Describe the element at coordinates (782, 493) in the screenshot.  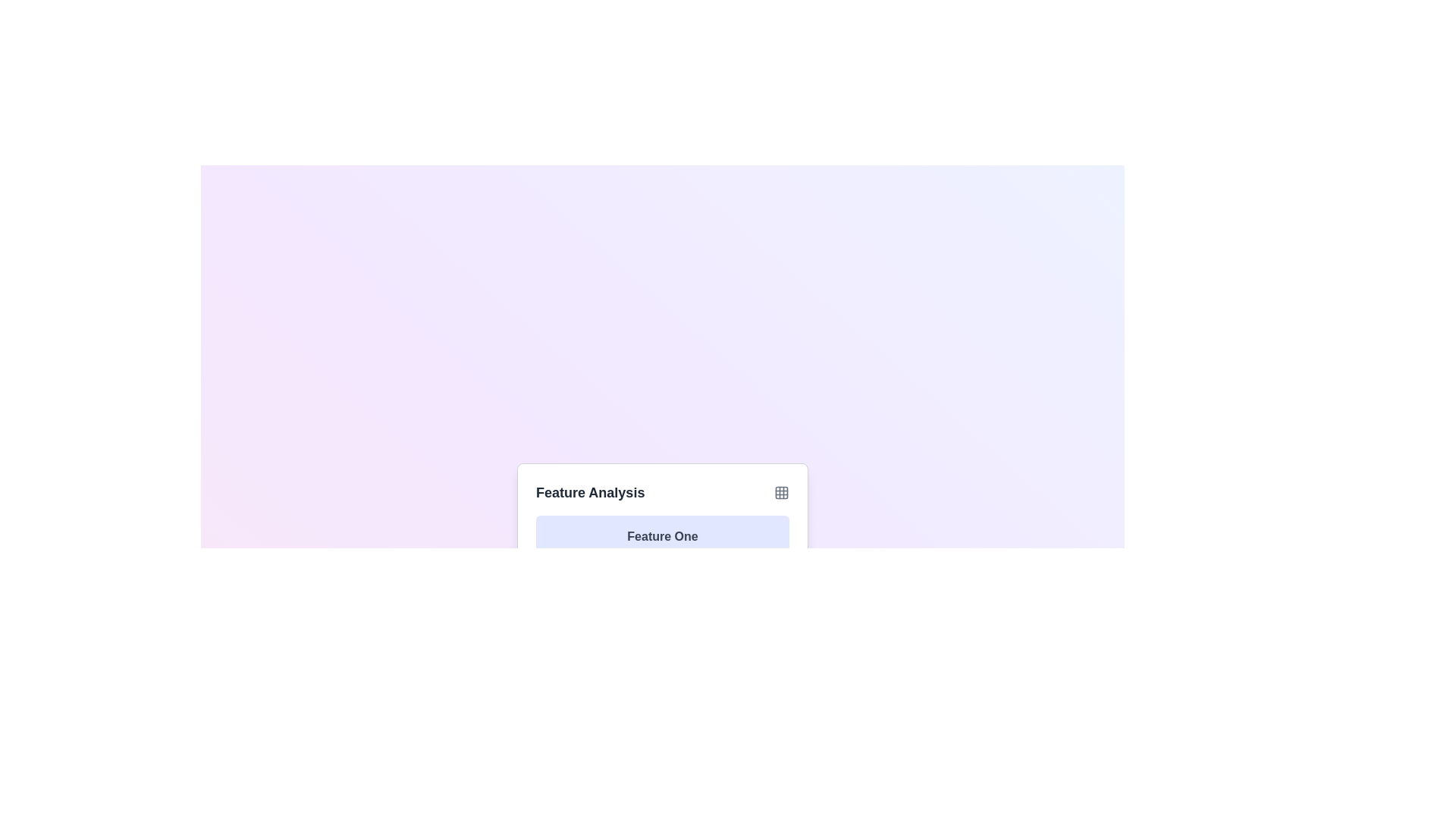
I see `the gray 3x3 grid-like icon with rounded corners, located in the top-right corner of the 'Feature Analysis' section` at that location.